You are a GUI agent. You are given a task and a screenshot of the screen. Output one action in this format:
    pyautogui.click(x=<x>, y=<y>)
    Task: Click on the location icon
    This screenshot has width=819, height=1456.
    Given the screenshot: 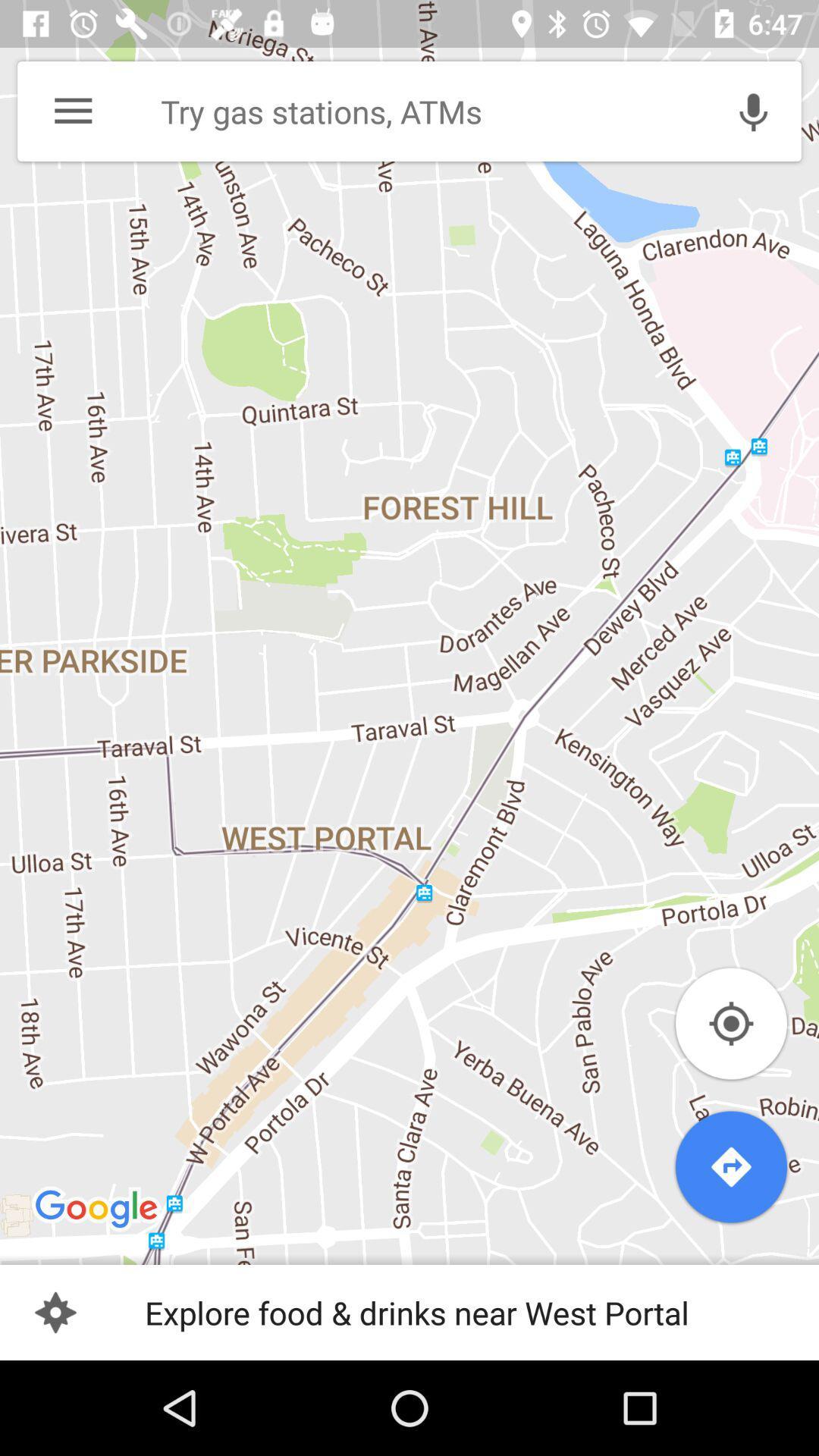 What is the action you would take?
    pyautogui.click(x=730, y=1023)
    